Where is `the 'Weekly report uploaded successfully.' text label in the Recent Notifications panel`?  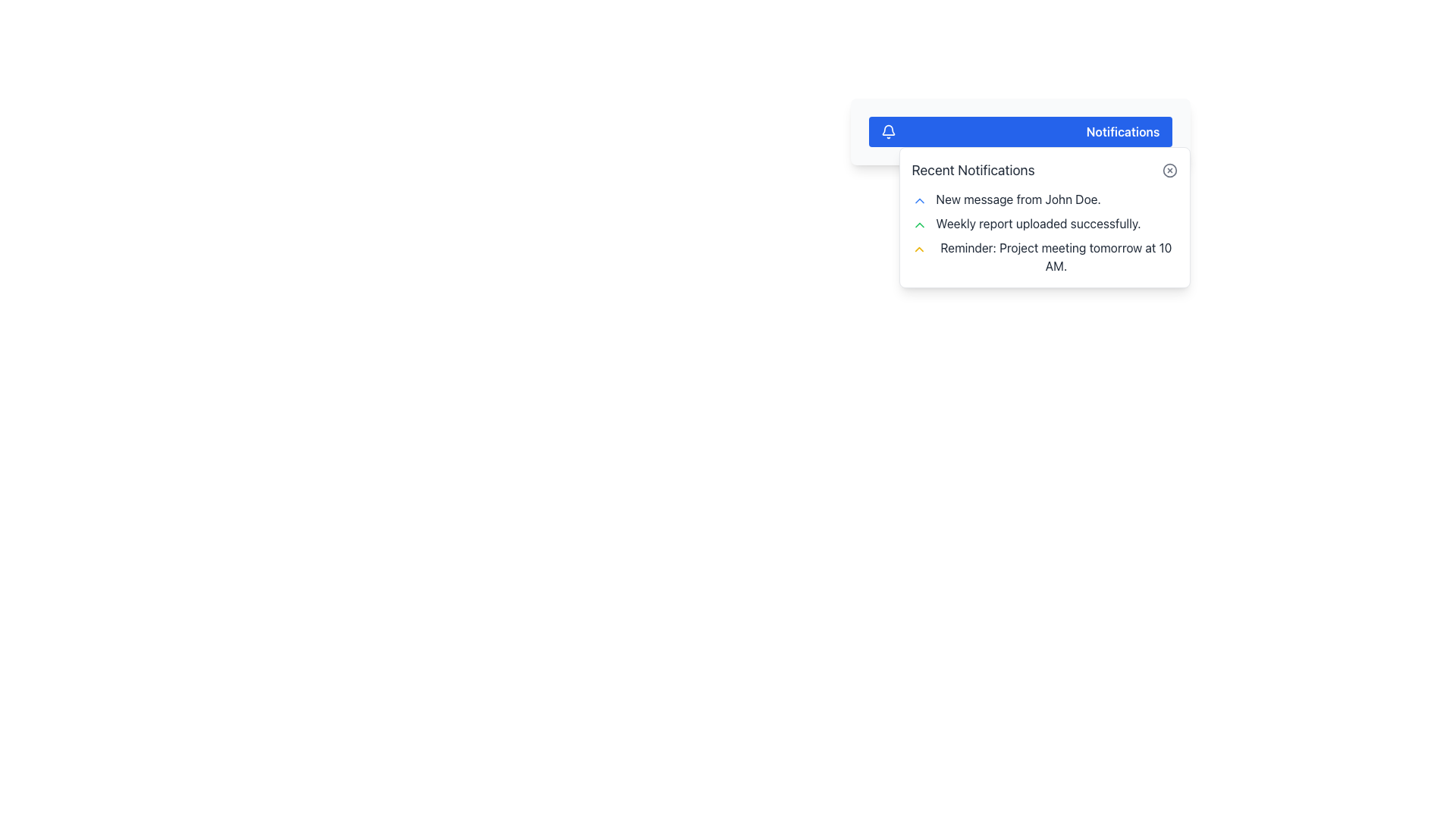
the 'Weekly report uploaded successfully.' text label in the Recent Notifications panel is located at coordinates (1037, 223).